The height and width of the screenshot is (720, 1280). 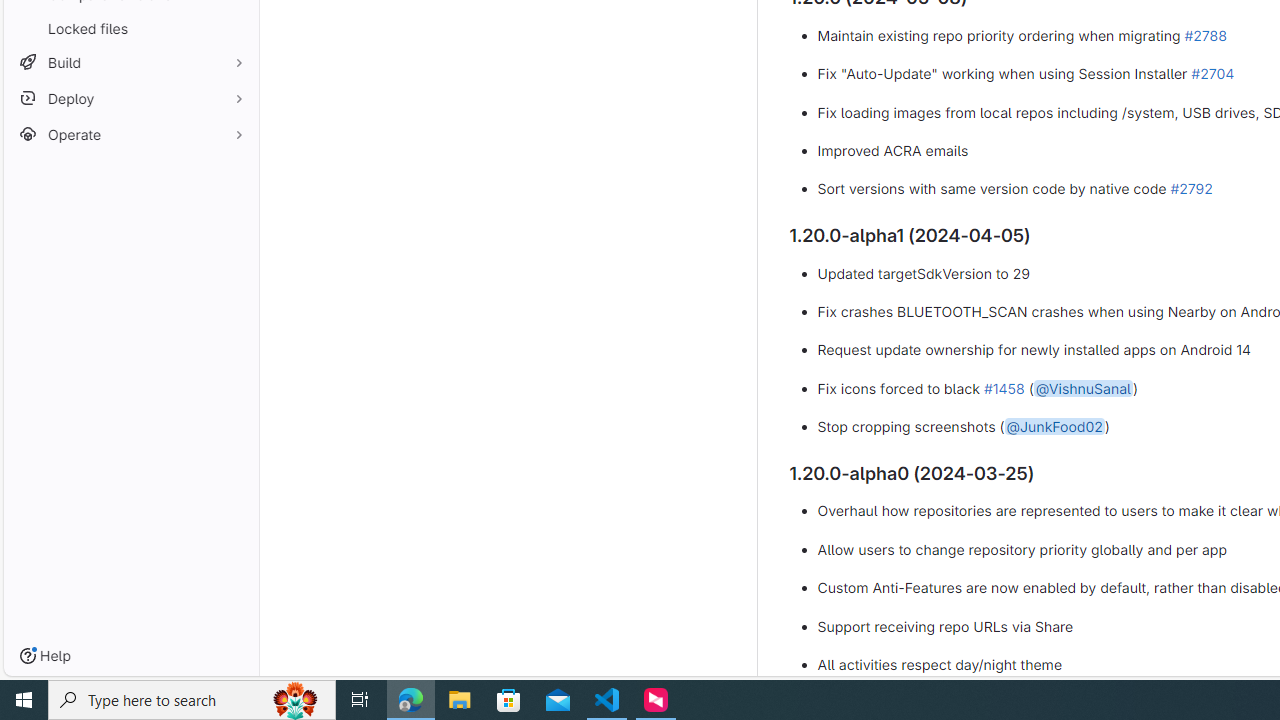 I want to click on 'Build', so click(x=130, y=61).